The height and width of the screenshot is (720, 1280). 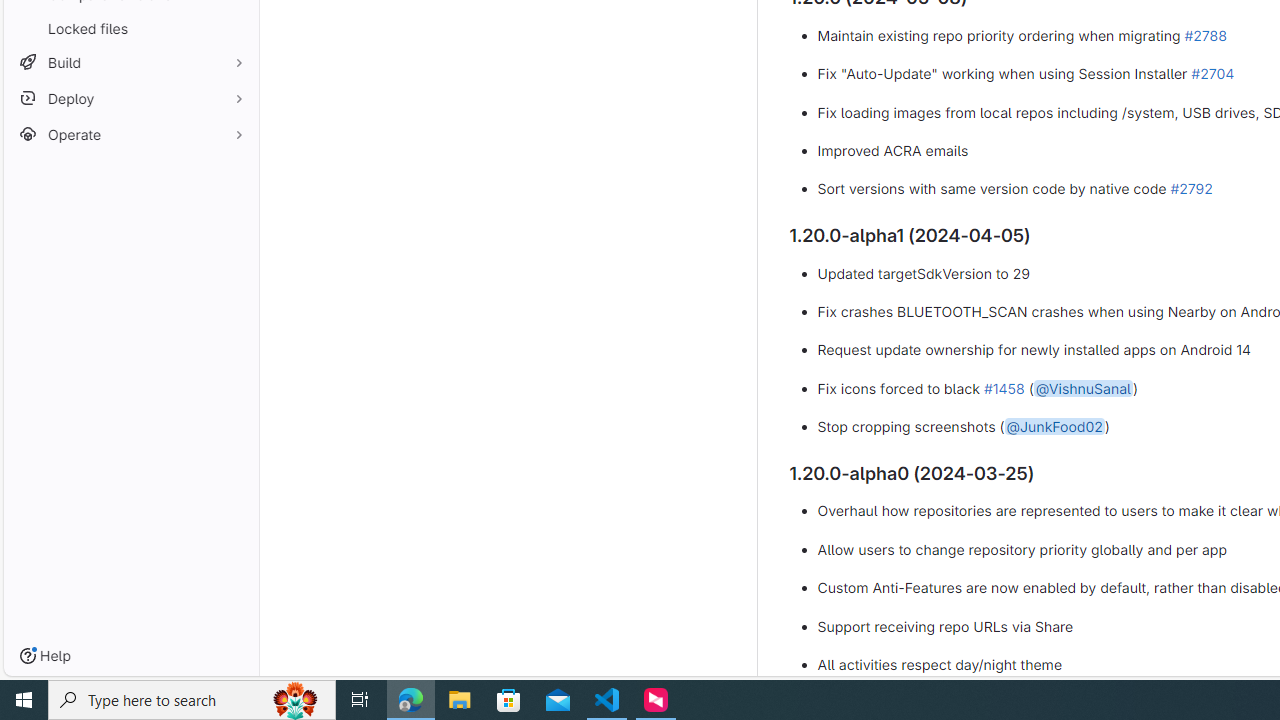 I want to click on 'Build', so click(x=130, y=61).